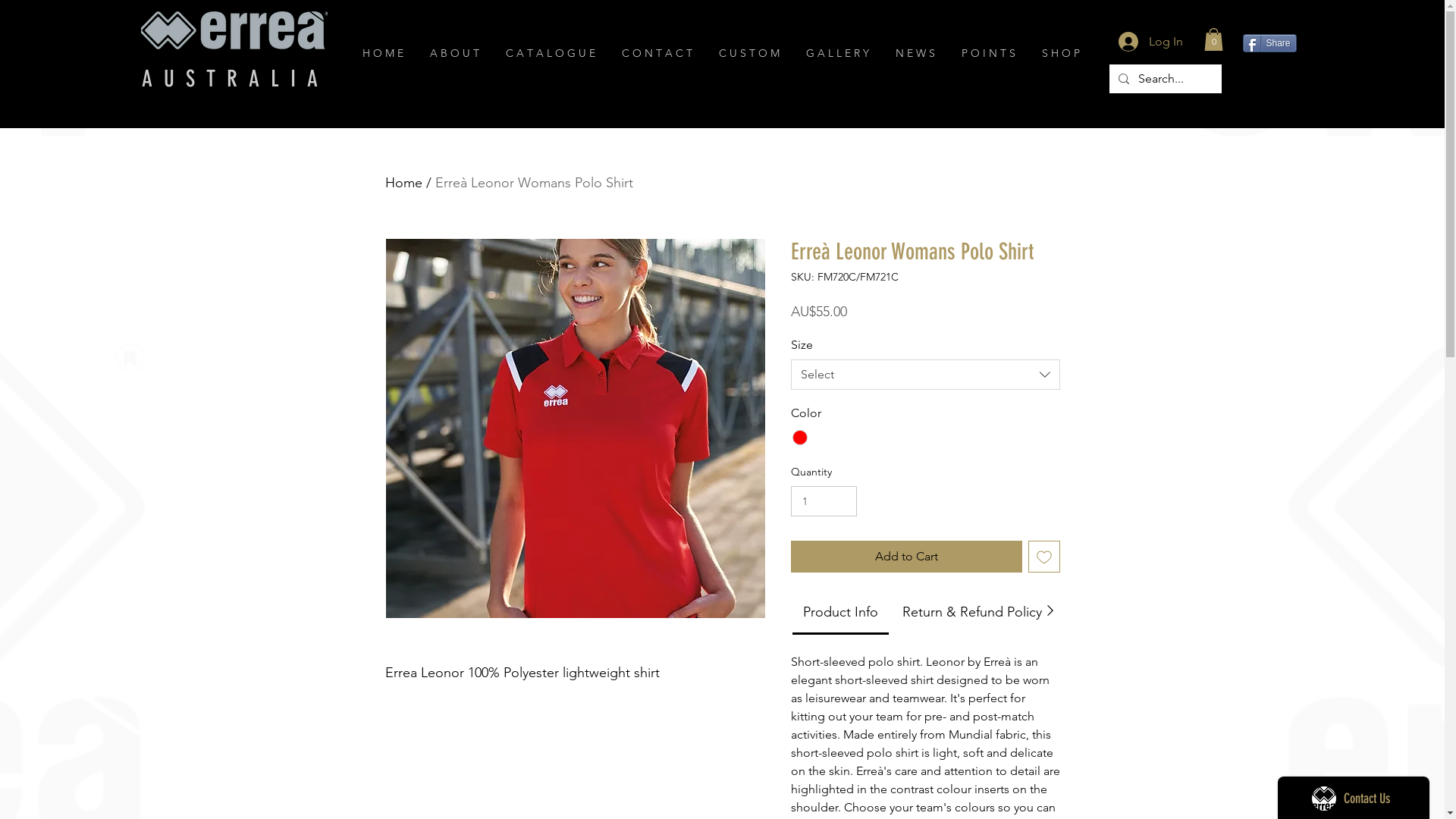 The image size is (1456, 819). Describe the element at coordinates (403, 181) in the screenshot. I see `'Home'` at that location.